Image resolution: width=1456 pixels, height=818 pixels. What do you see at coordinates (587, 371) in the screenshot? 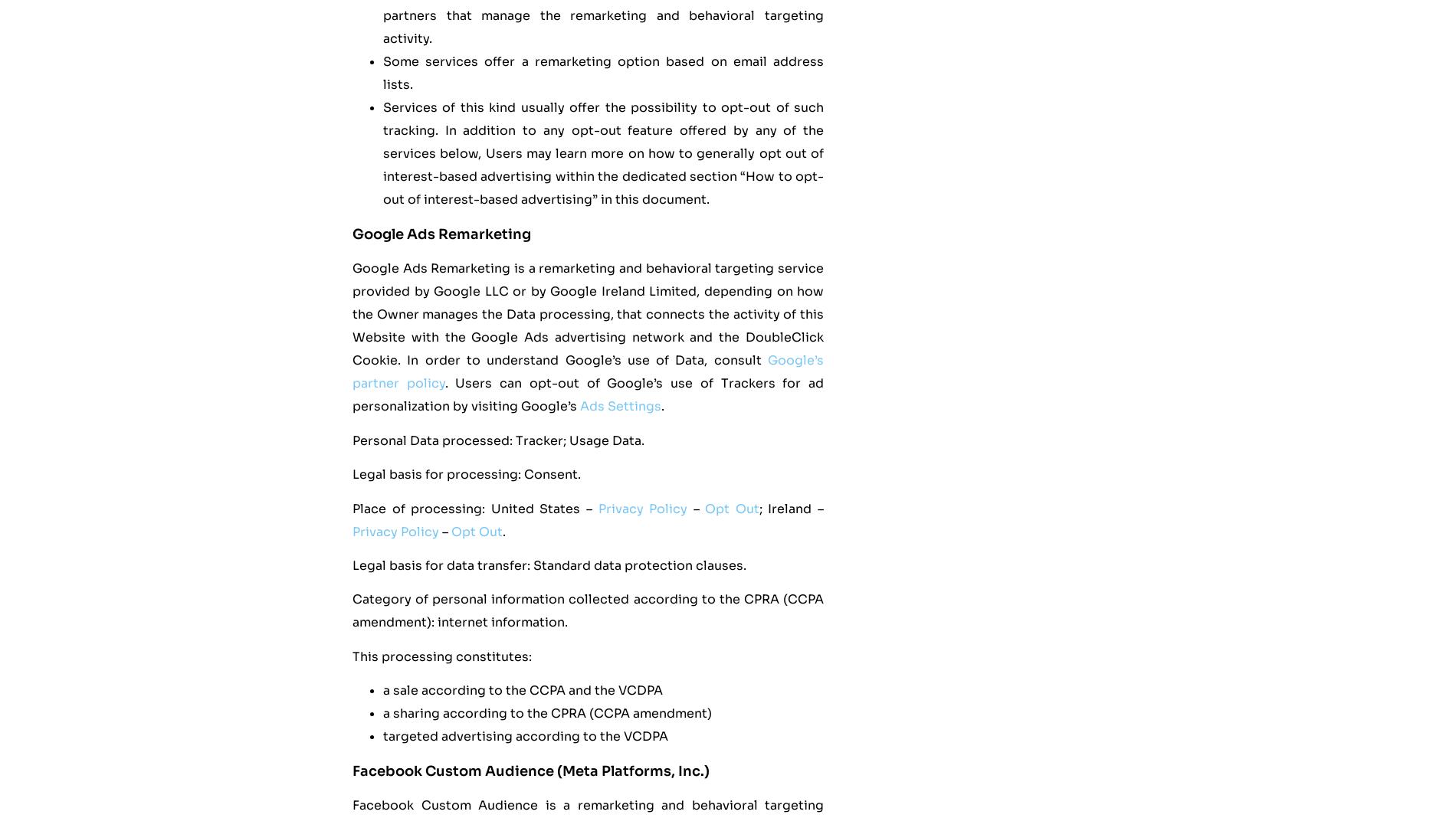
I see `'Google’s partner policy'` at bounding box center [587, 371].